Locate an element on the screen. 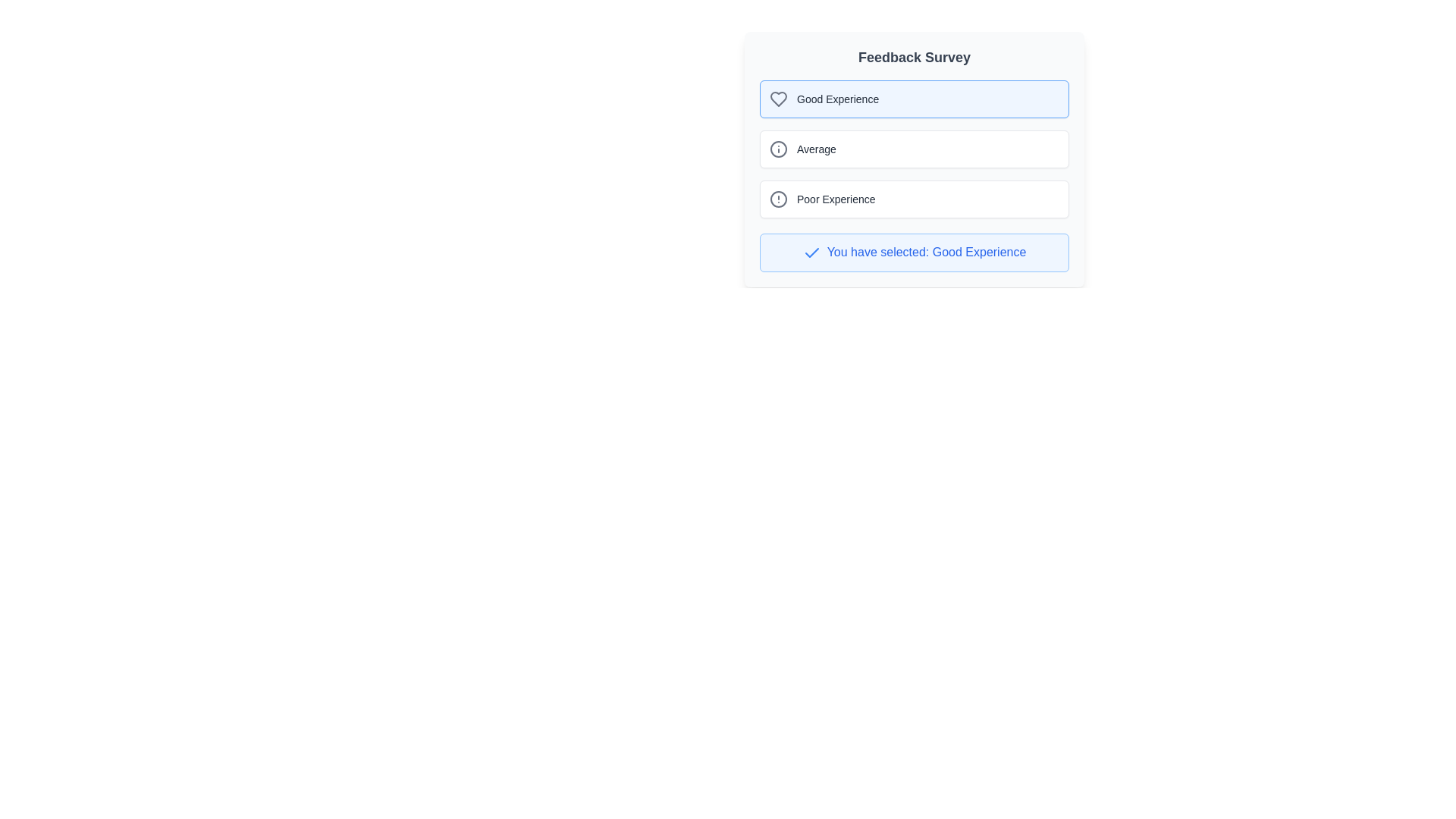  the heart-shaped icon with an outline stroke design located to the left of the 'Good Experience' text is located at coordinates (779, 99).